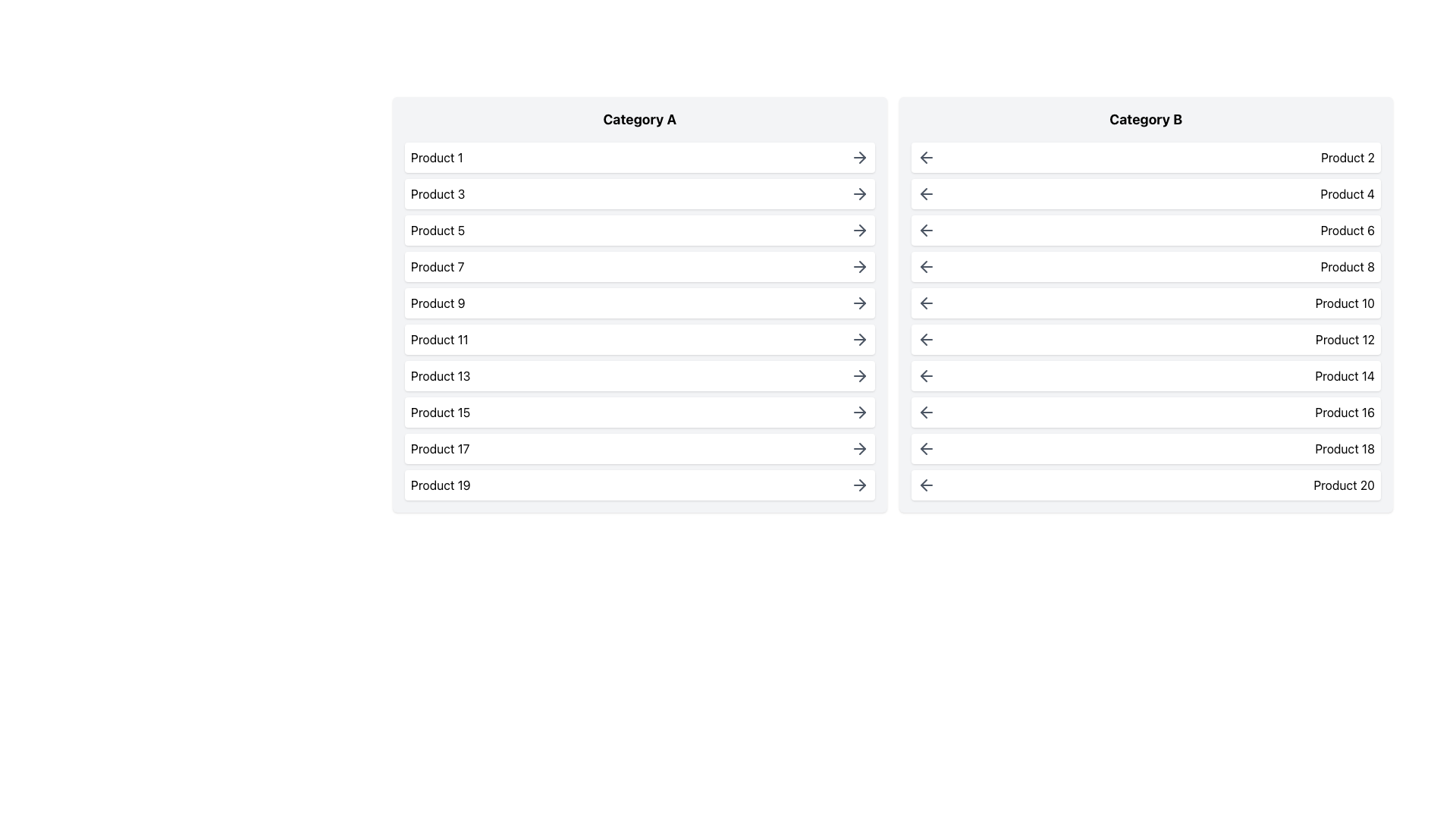 This screenshot has width=1456, height=819. I want to click on the left-pointing arrow icon located next to the text 'Product 6' in the 'Category B' column, so click(923, 231).